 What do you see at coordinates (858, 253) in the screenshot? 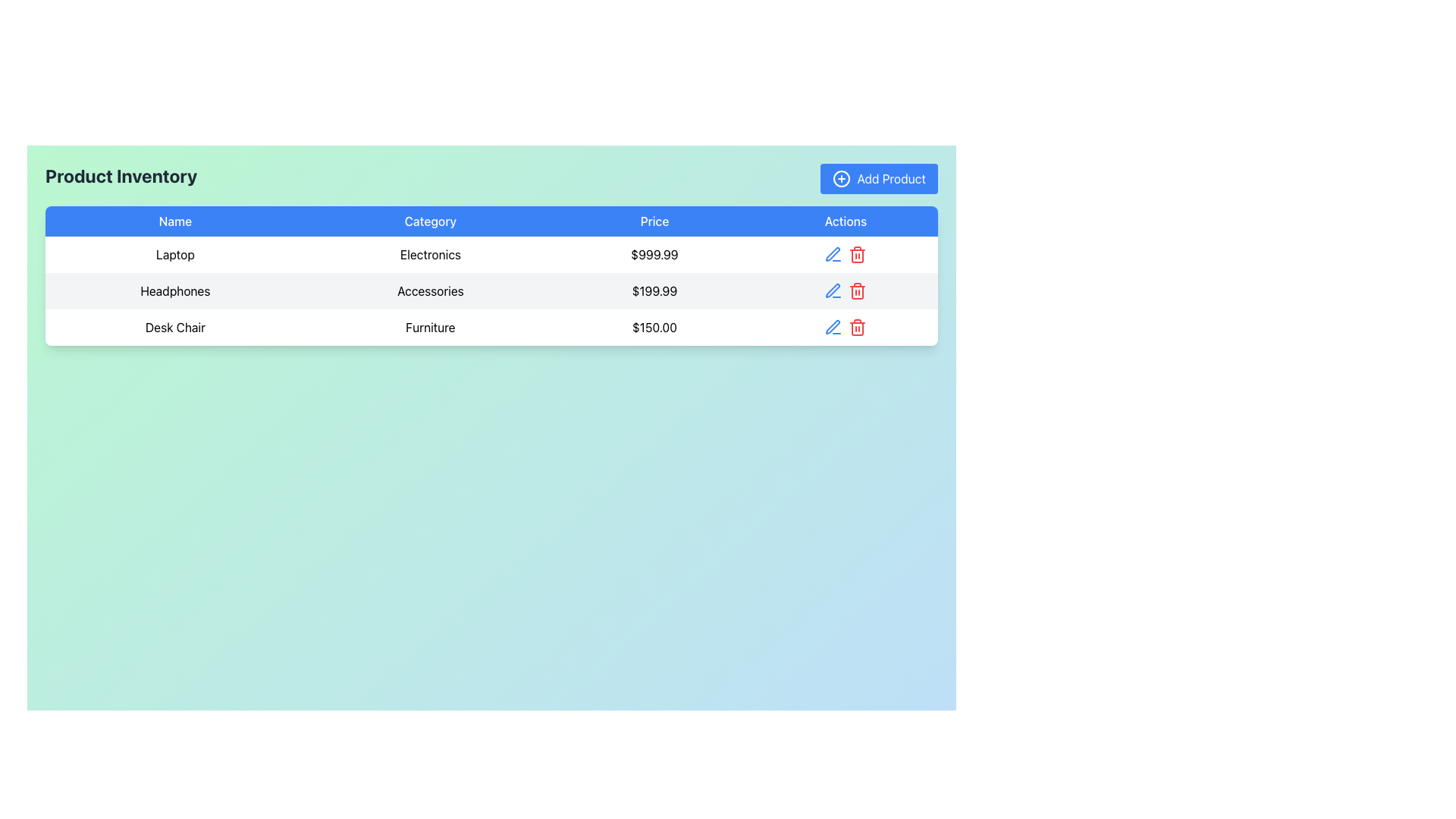
I see `the trash icon button styled in red in the 'Actions' column of the top row of the table` at bounding box center [858, 253].